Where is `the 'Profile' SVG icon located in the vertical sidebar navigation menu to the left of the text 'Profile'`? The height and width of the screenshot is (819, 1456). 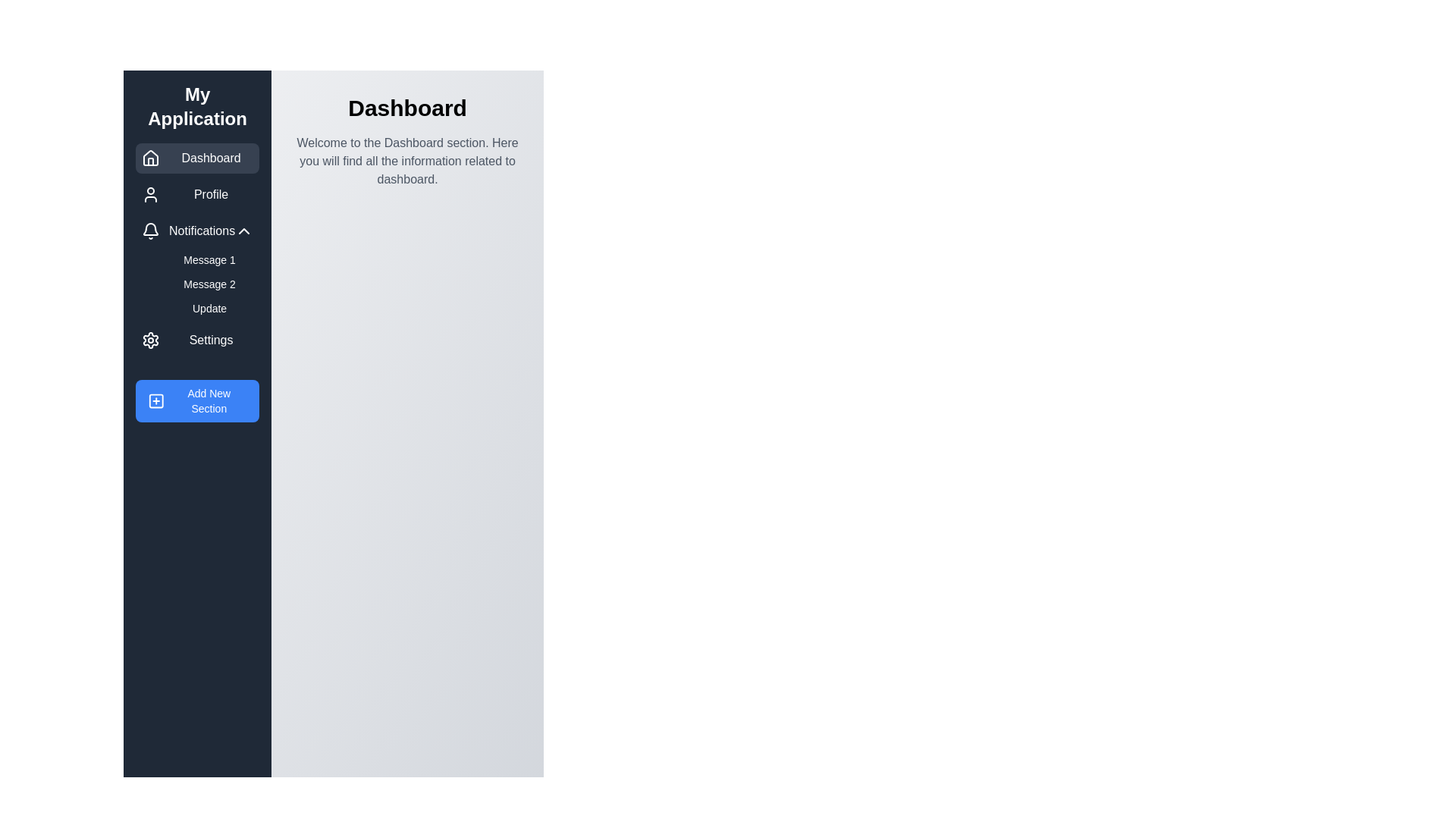 the 'Profile' SVG icon located in the vertical sidebar navigation menu to the left of the text 'Profile' is located at coordinates (150, 194).